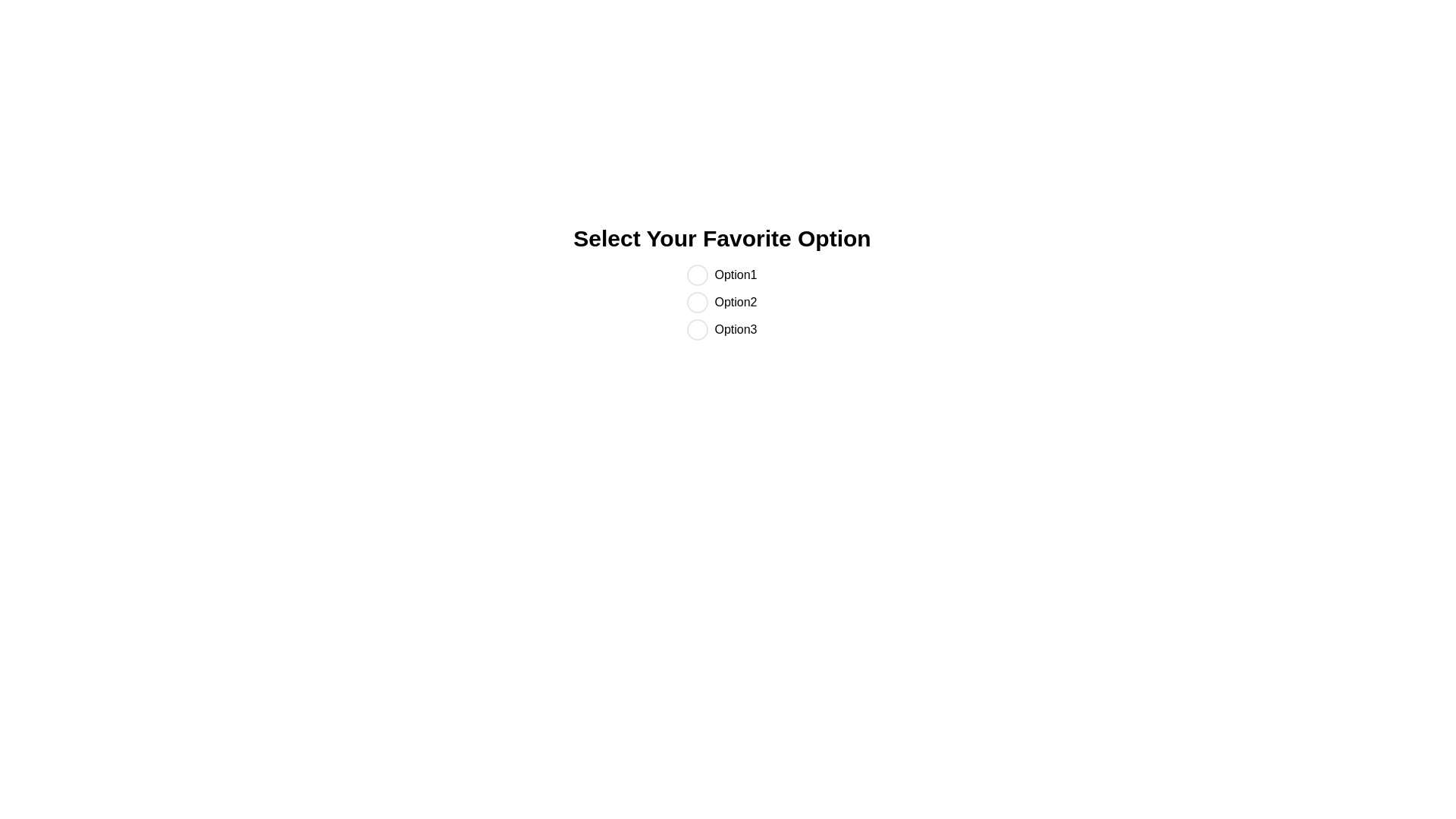  Describe the element at coordinates (721, 305) in the screenshot. I see `the 'Option2' radio button which is the second in a group of vertically aligned radio options below the title 'Select Your Favorite Option'` at that location.